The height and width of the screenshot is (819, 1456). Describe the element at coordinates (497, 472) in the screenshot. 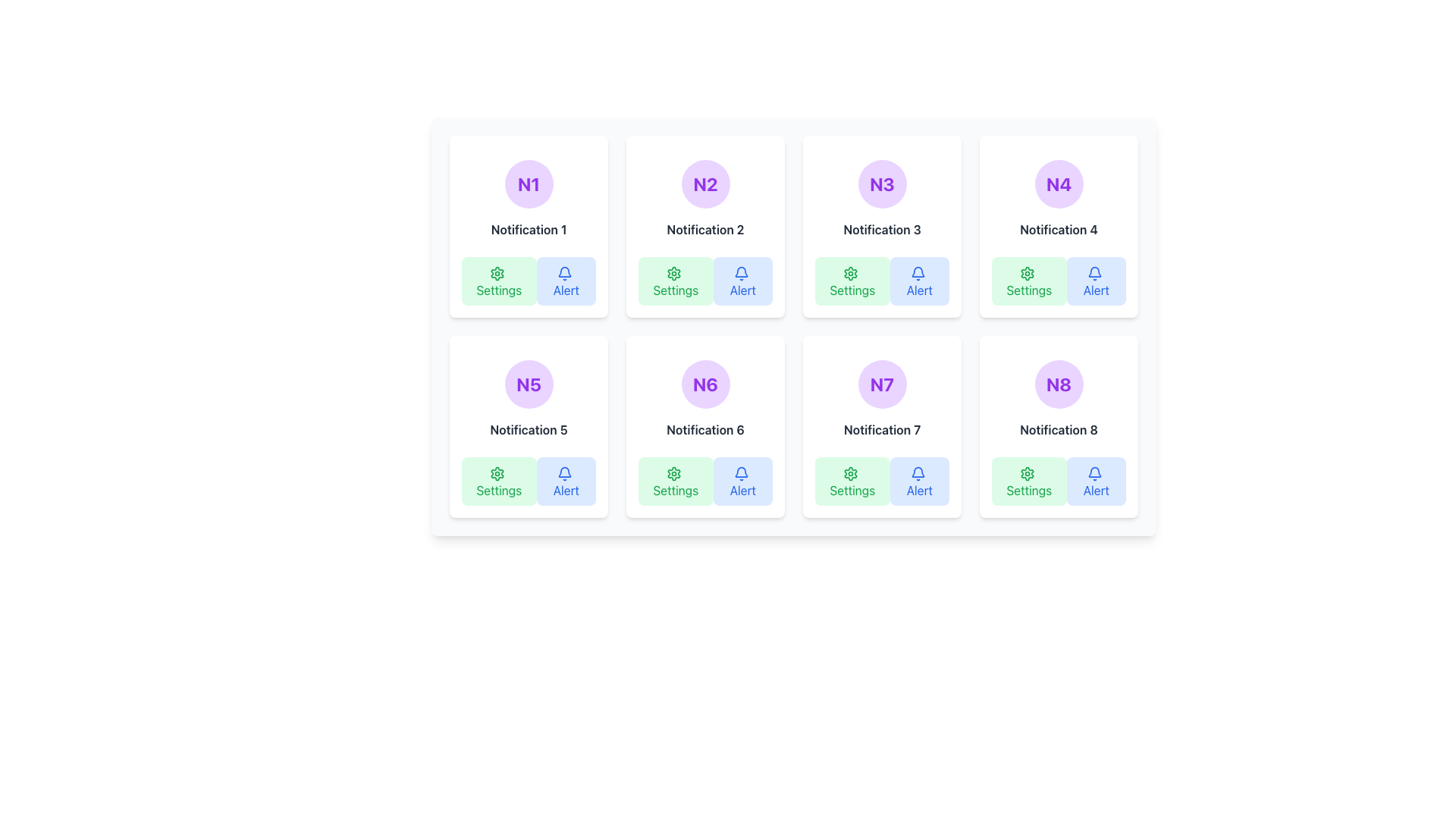

I see `the gear-like icon within the 'Settings' button of the 'Notification 5' widget` at that location.